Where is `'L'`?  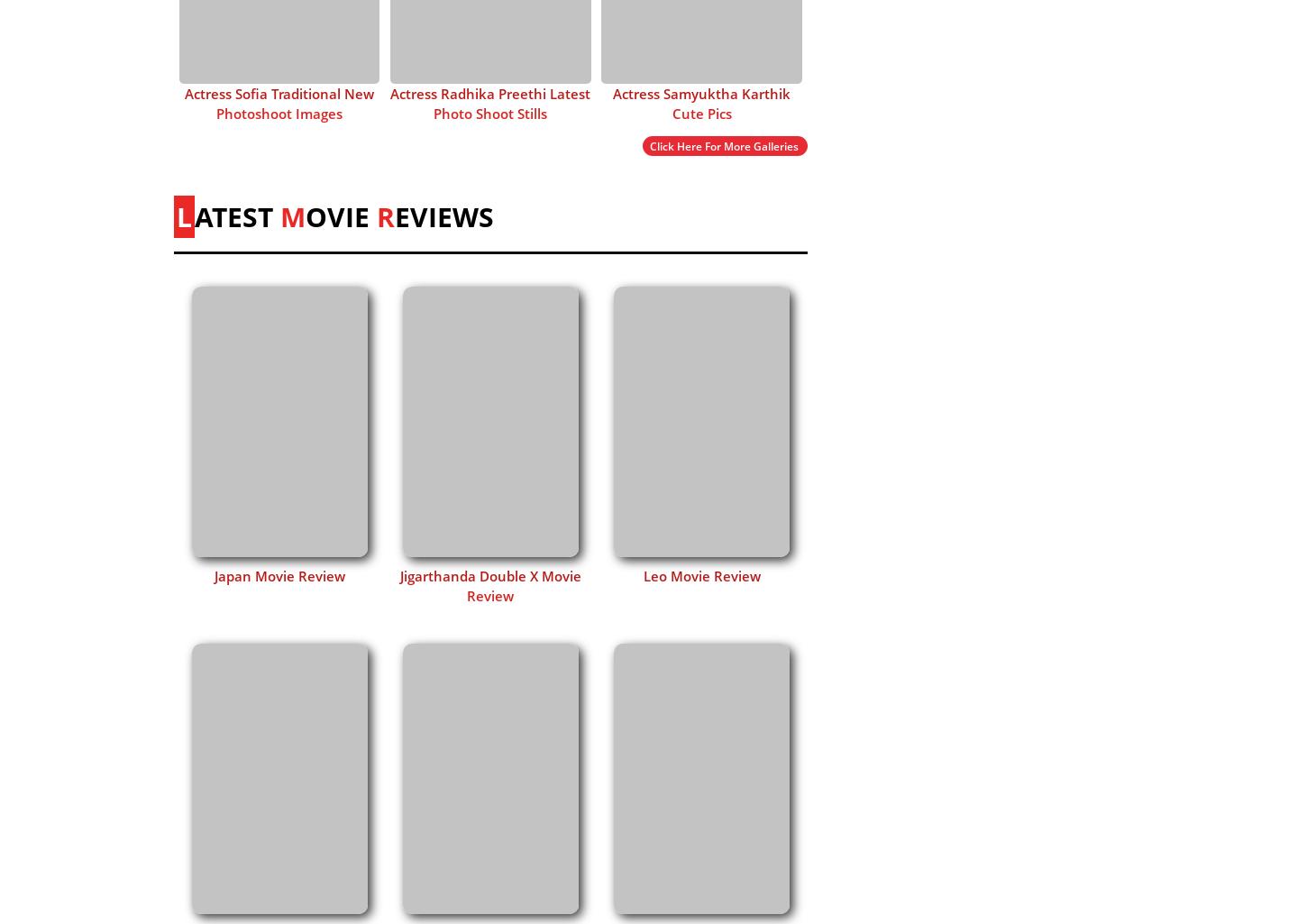 'L' is located at coordinates (184, 215).